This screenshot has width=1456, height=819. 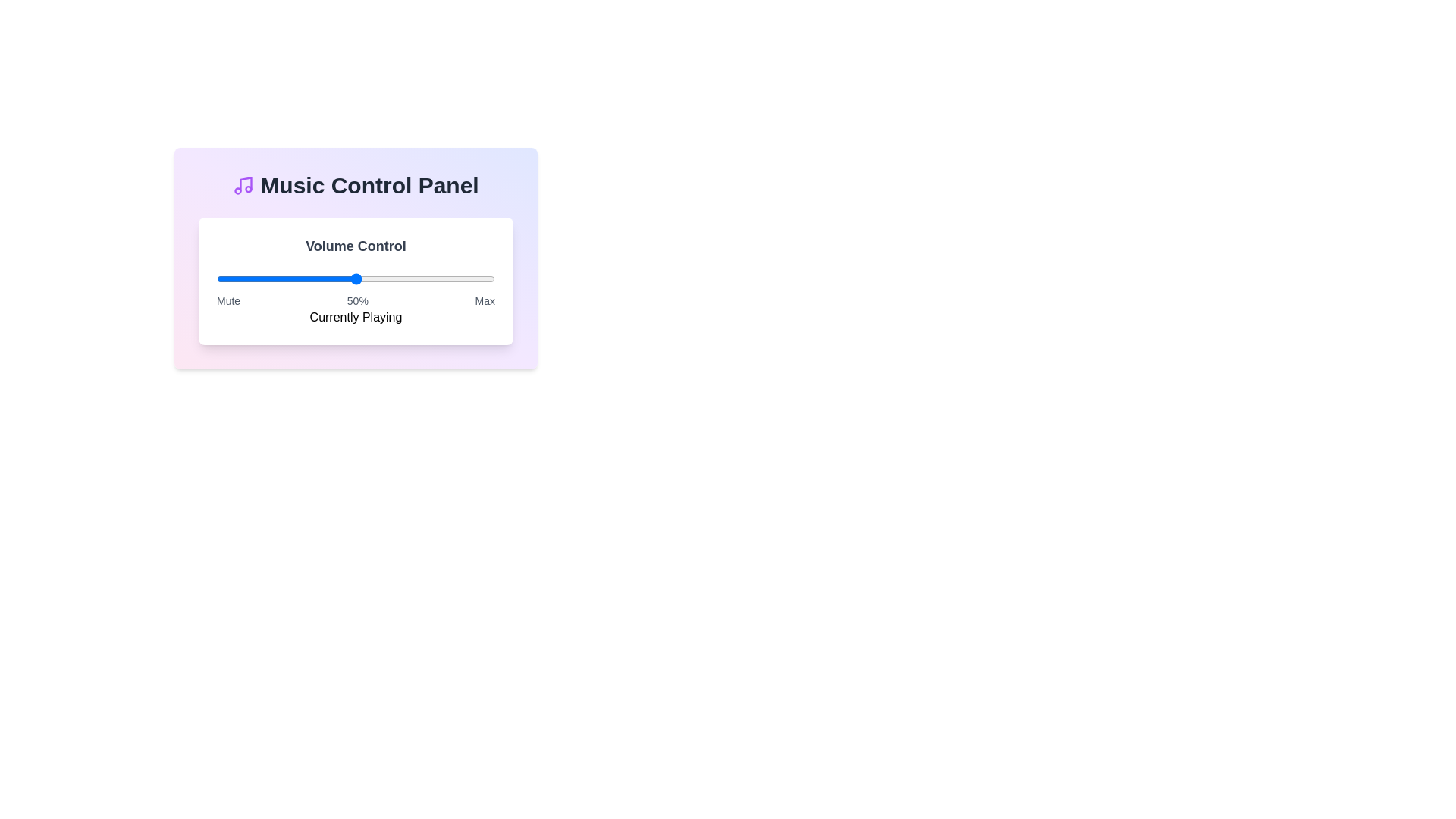 What do you see at coordinates (463, 278) in the screenshot?
I see `the volume slider to 89% level` at bounding box center [463, 278].